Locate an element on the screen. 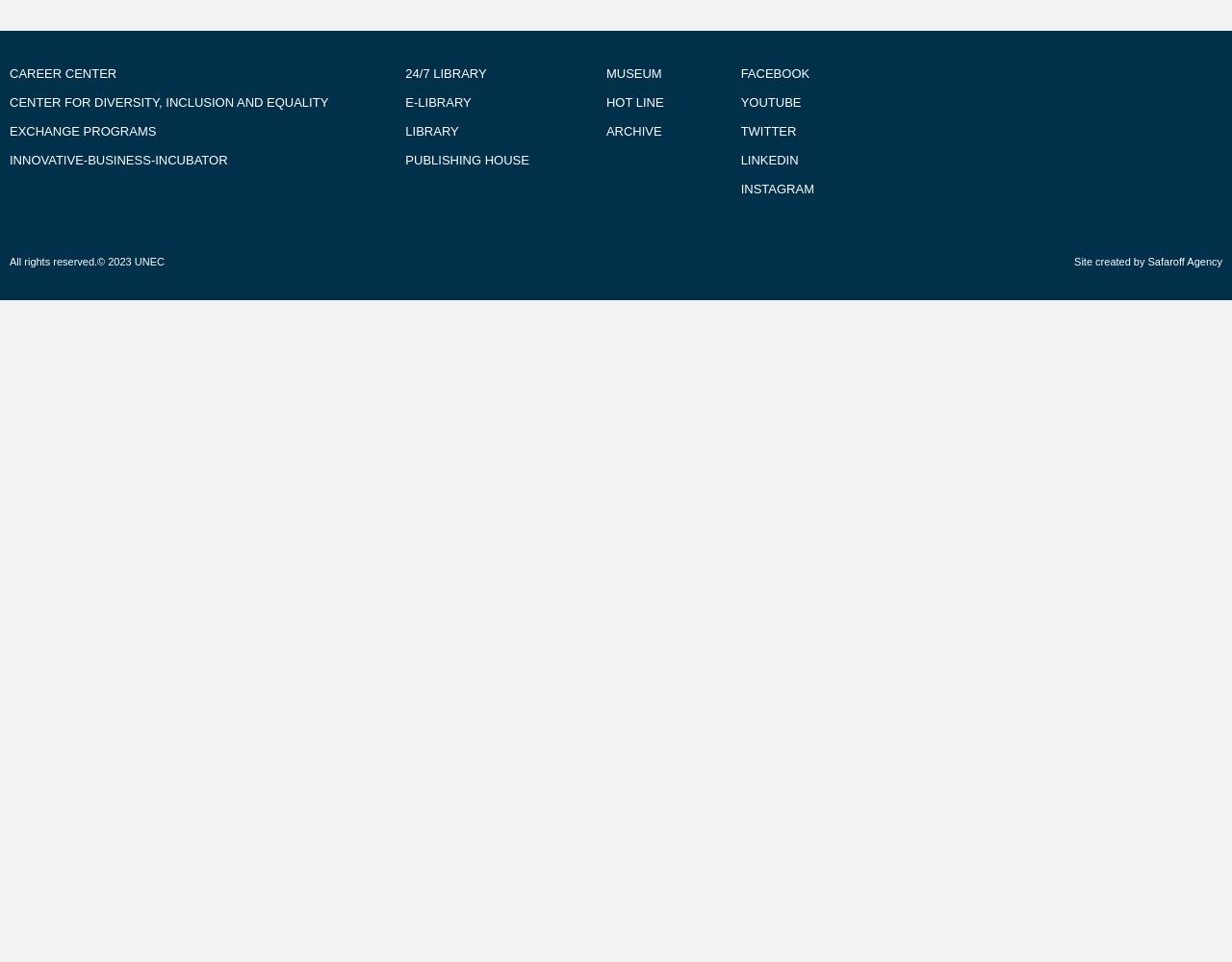  'PUBLISHING HOUSE' is located at coordinates (466, 160).